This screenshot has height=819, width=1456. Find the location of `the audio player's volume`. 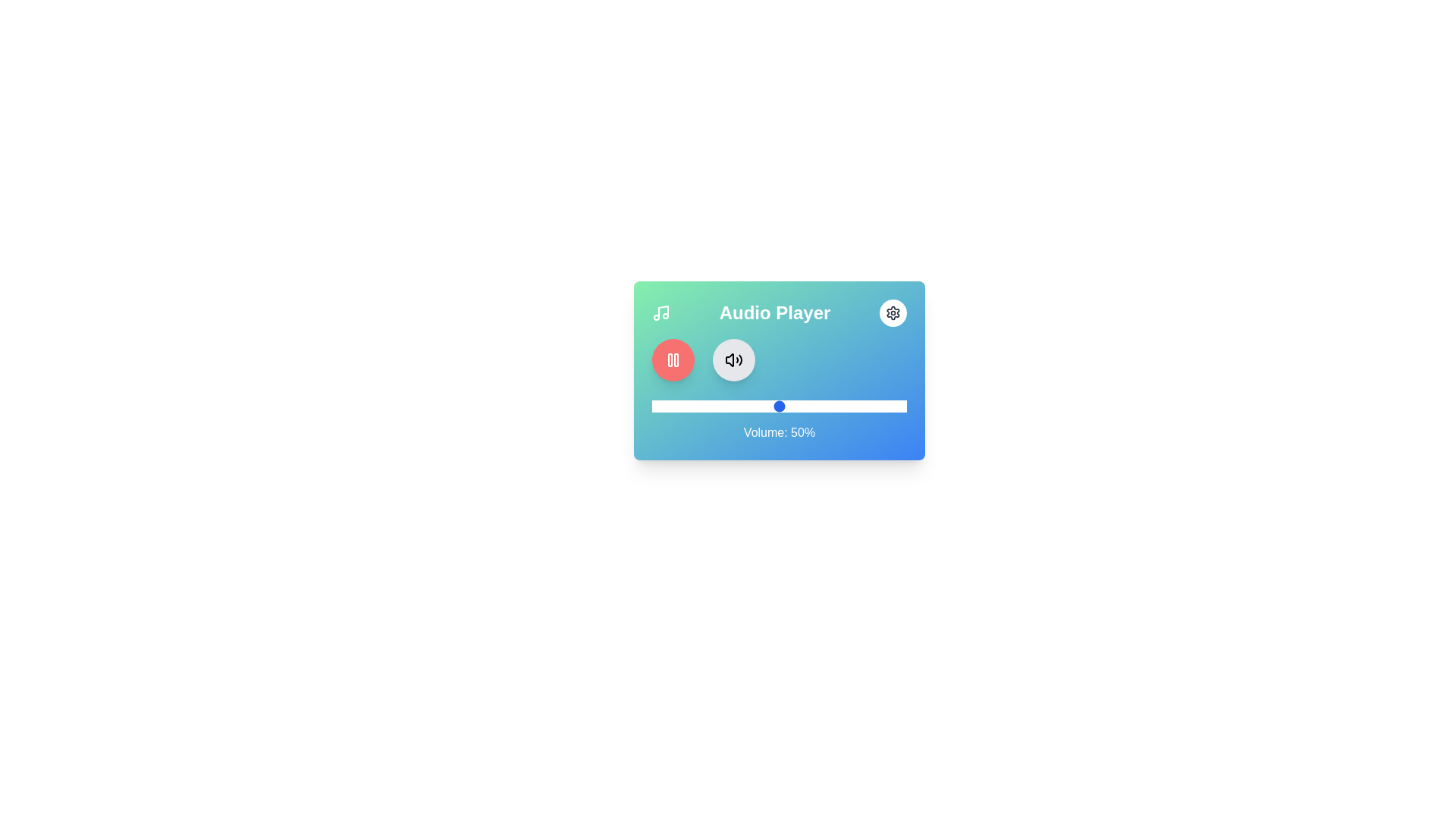

the audio player's volume is located at coordinates (782, 406).